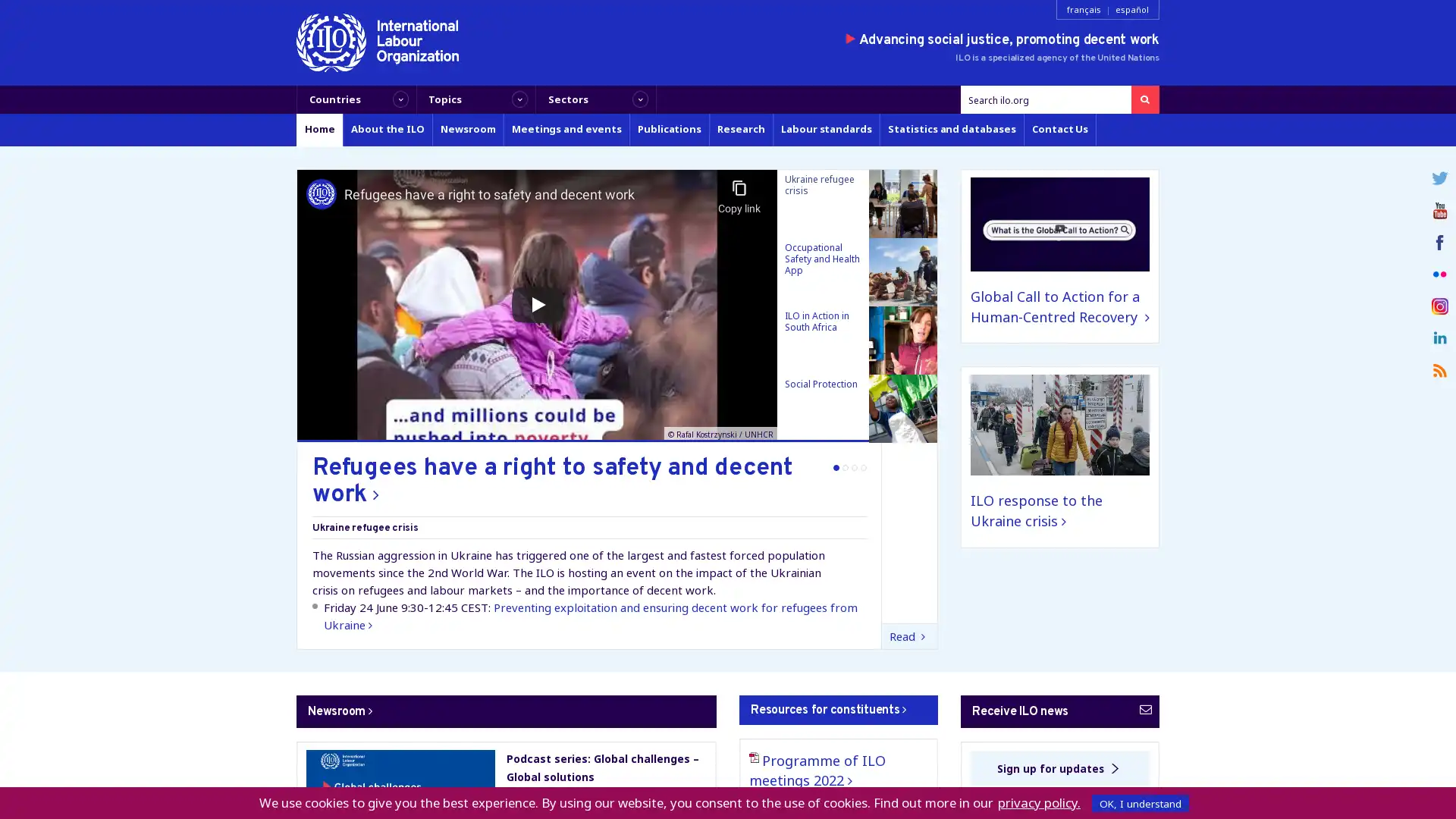 The height and width of the screenshot is (819, 1456). What do you see at coordinates (1140, 802) in the screenshot?
I see `OK, I understand` at bounding box center [1140, 802].